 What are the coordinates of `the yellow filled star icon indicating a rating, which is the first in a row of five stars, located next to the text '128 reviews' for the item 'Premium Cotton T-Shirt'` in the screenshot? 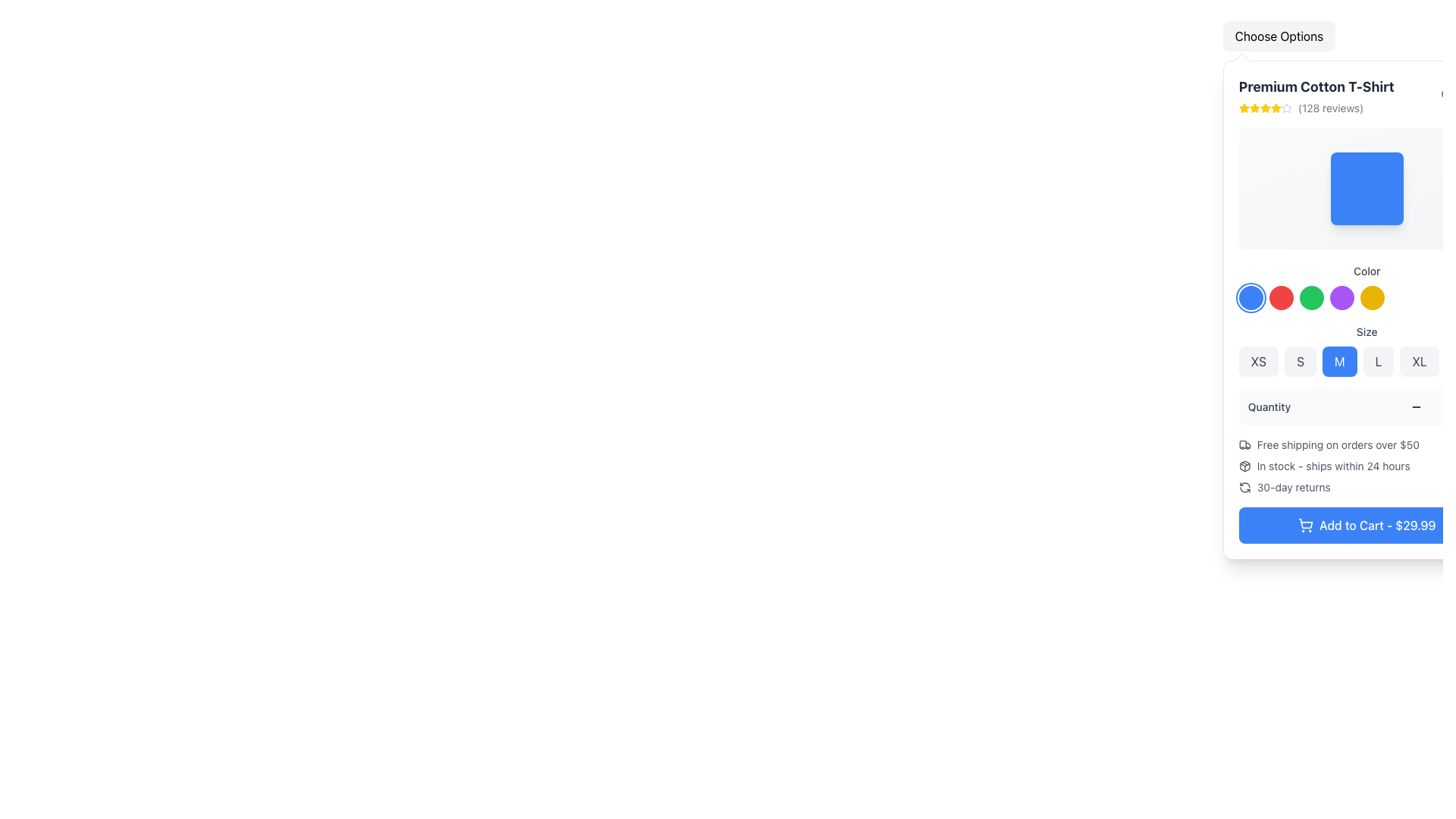 It's located at (1244, 107).